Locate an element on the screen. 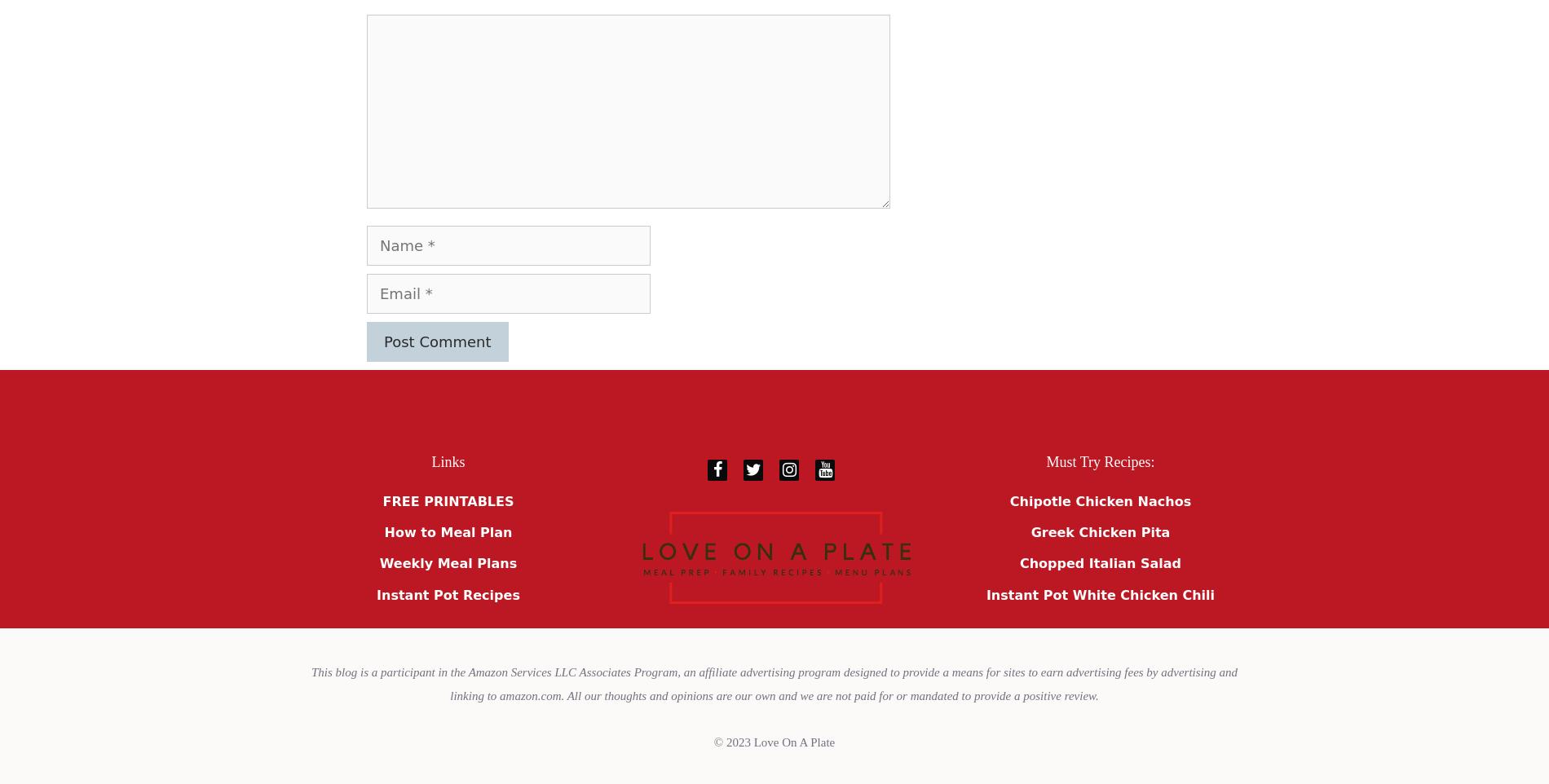  'Greek Chicken Pita' is located at coordinates (1030, 532).